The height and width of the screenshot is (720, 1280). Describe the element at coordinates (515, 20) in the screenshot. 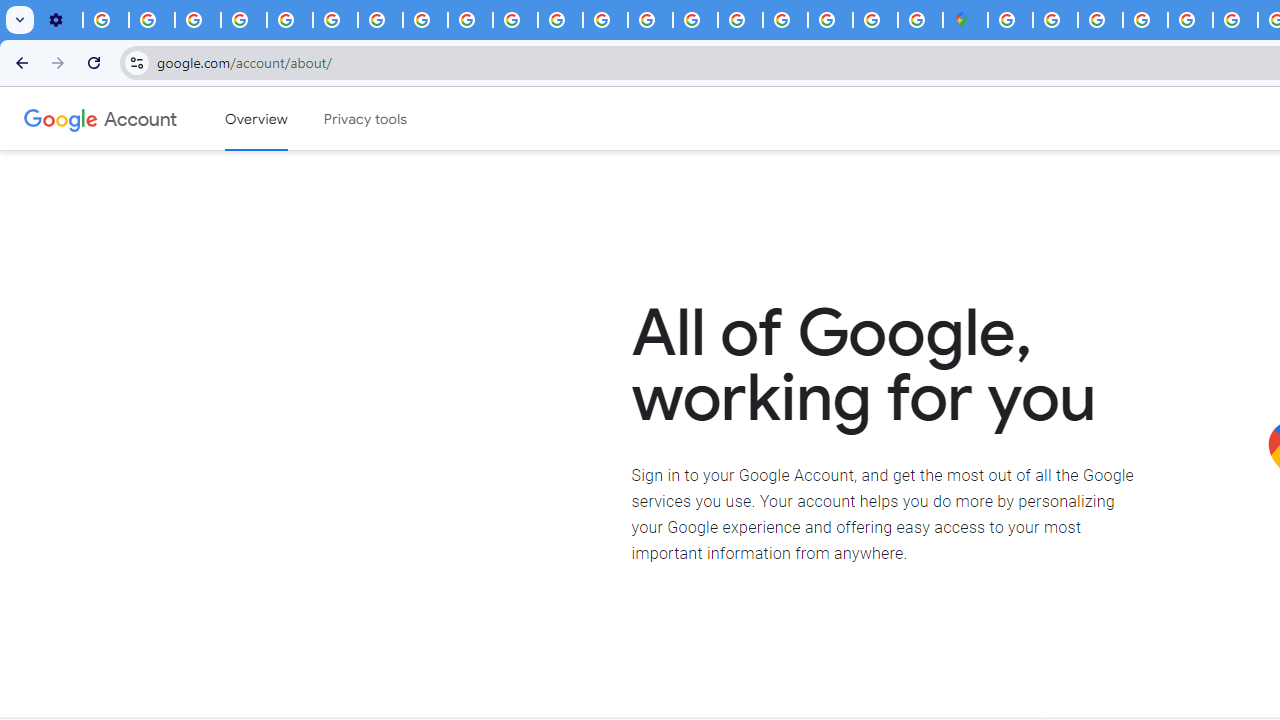

I see `'Privacy Checkup'` at that location.